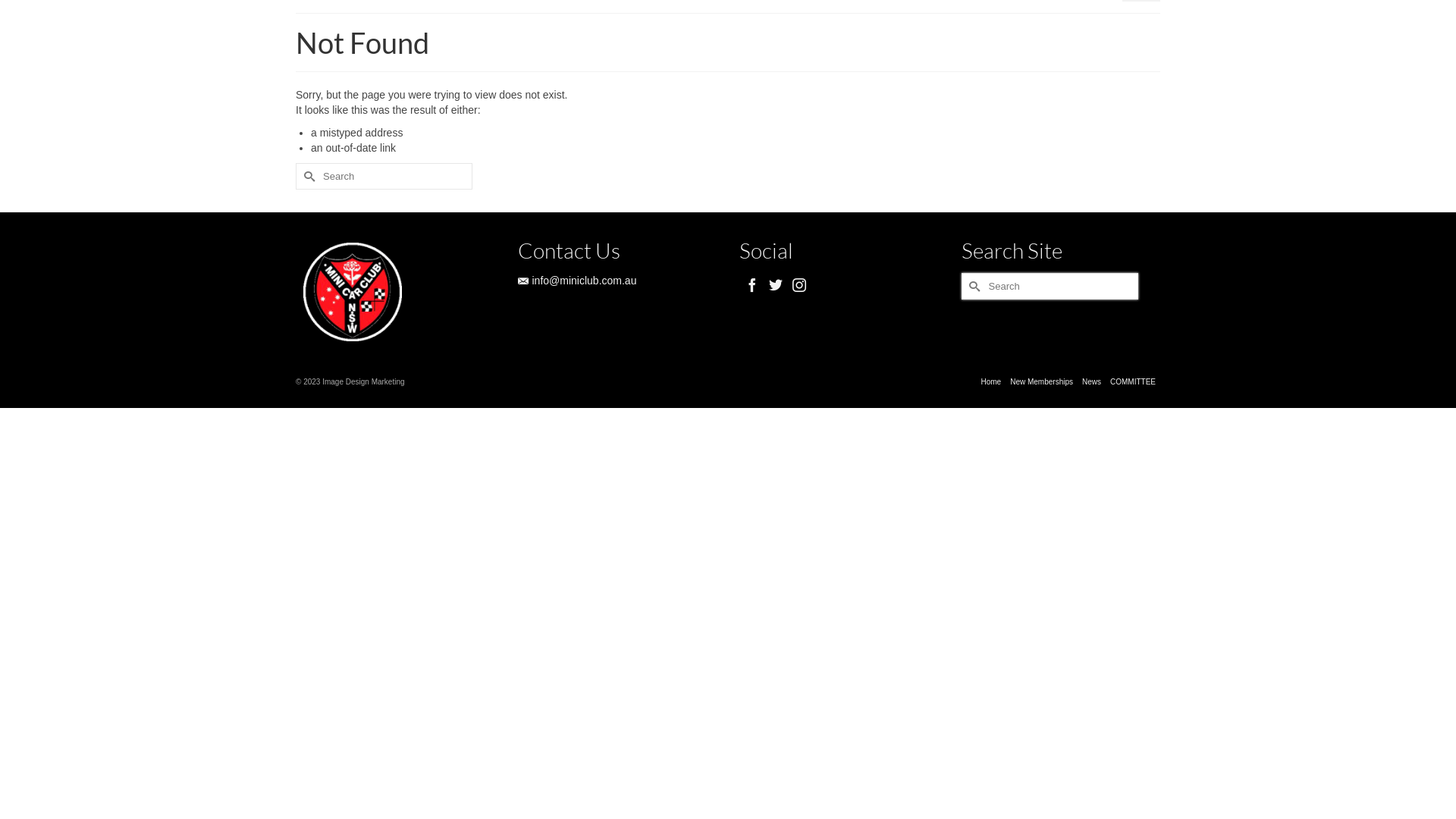 The height and width of the screenshot is (819, 1456). Describe the element at coordinates (1106, 381) in the screenshot. I see `'COMMITTEE'` at that location.